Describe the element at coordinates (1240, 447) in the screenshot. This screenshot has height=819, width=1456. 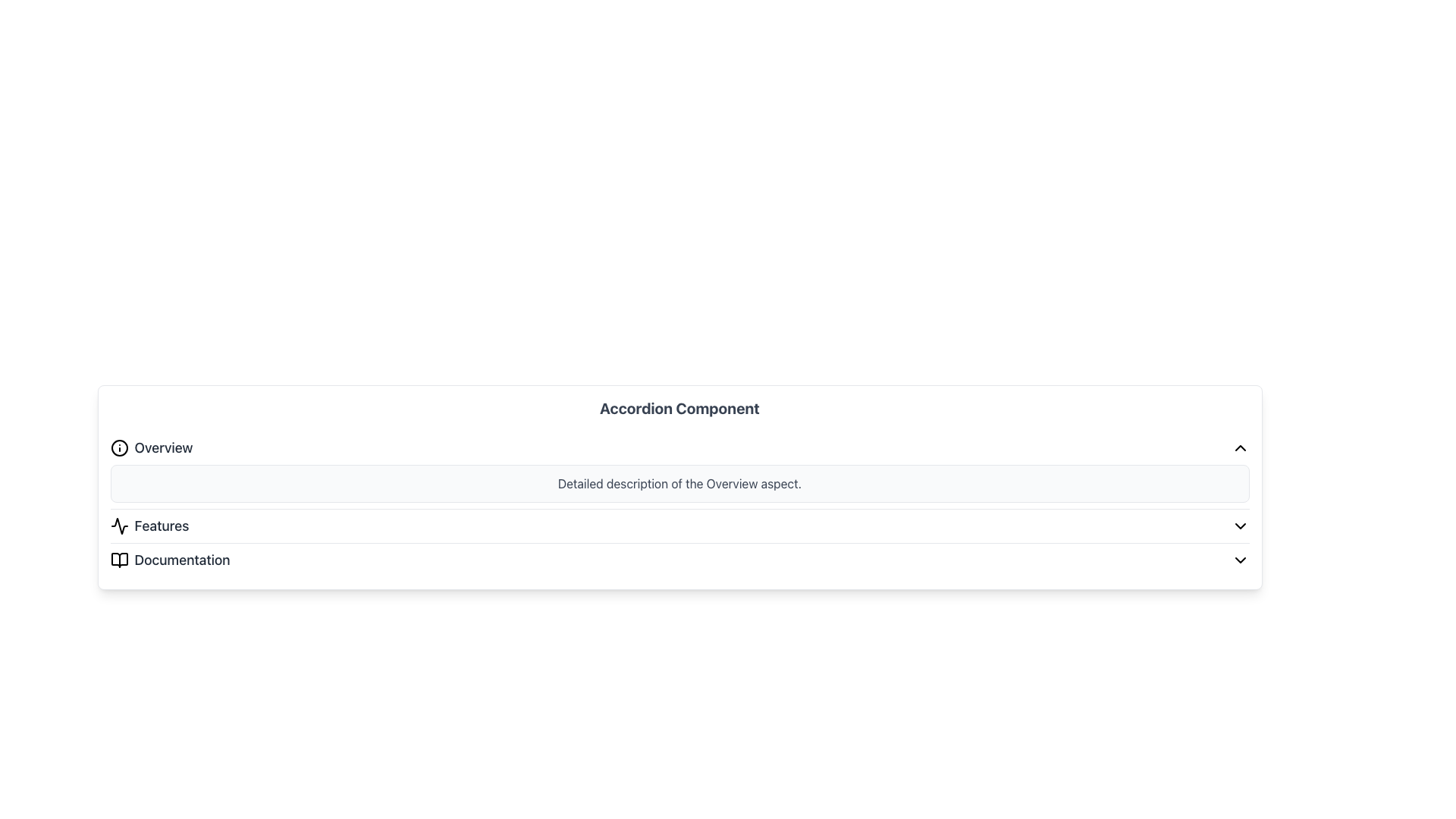
I see `the collapse icon located at the far-right corner of the header section next to the 'Overview' text` at that location.